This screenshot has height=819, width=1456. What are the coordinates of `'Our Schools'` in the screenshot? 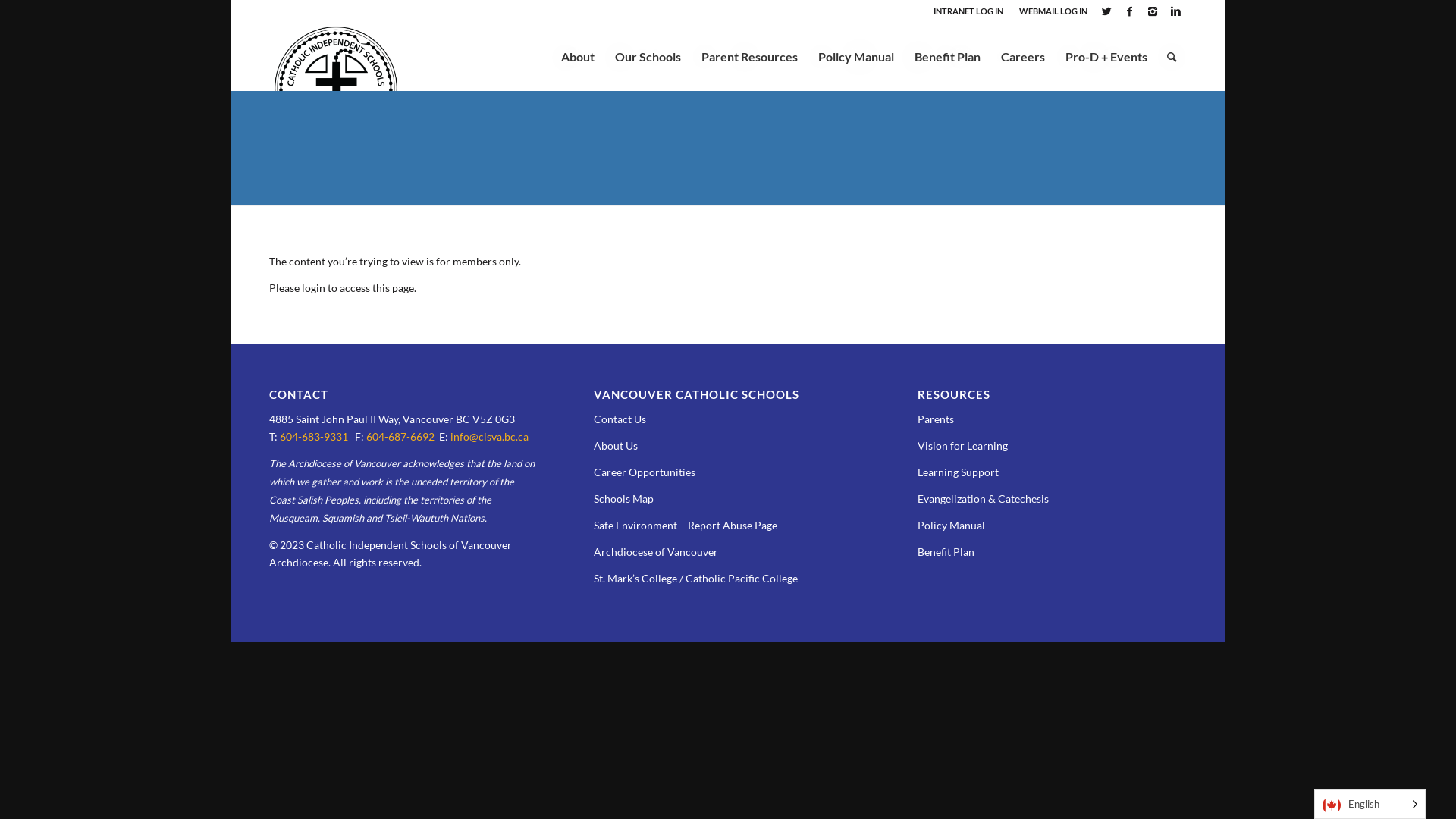 It's located at (648, 55).